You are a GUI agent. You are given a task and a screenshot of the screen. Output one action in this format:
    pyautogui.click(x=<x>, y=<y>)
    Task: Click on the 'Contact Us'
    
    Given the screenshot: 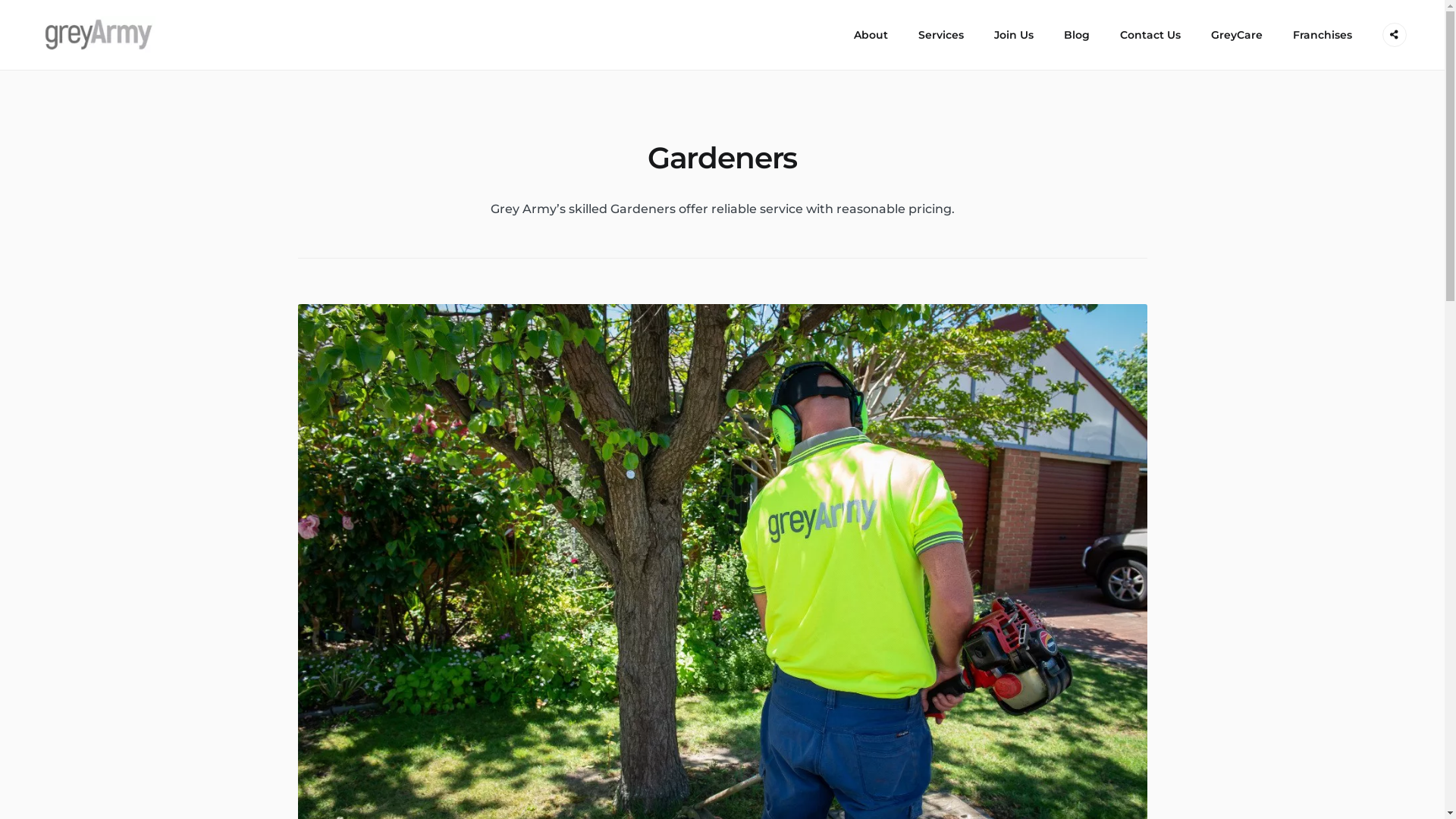 What is the action you would take?
    pyautogui.click(x=1150, y=34)
    